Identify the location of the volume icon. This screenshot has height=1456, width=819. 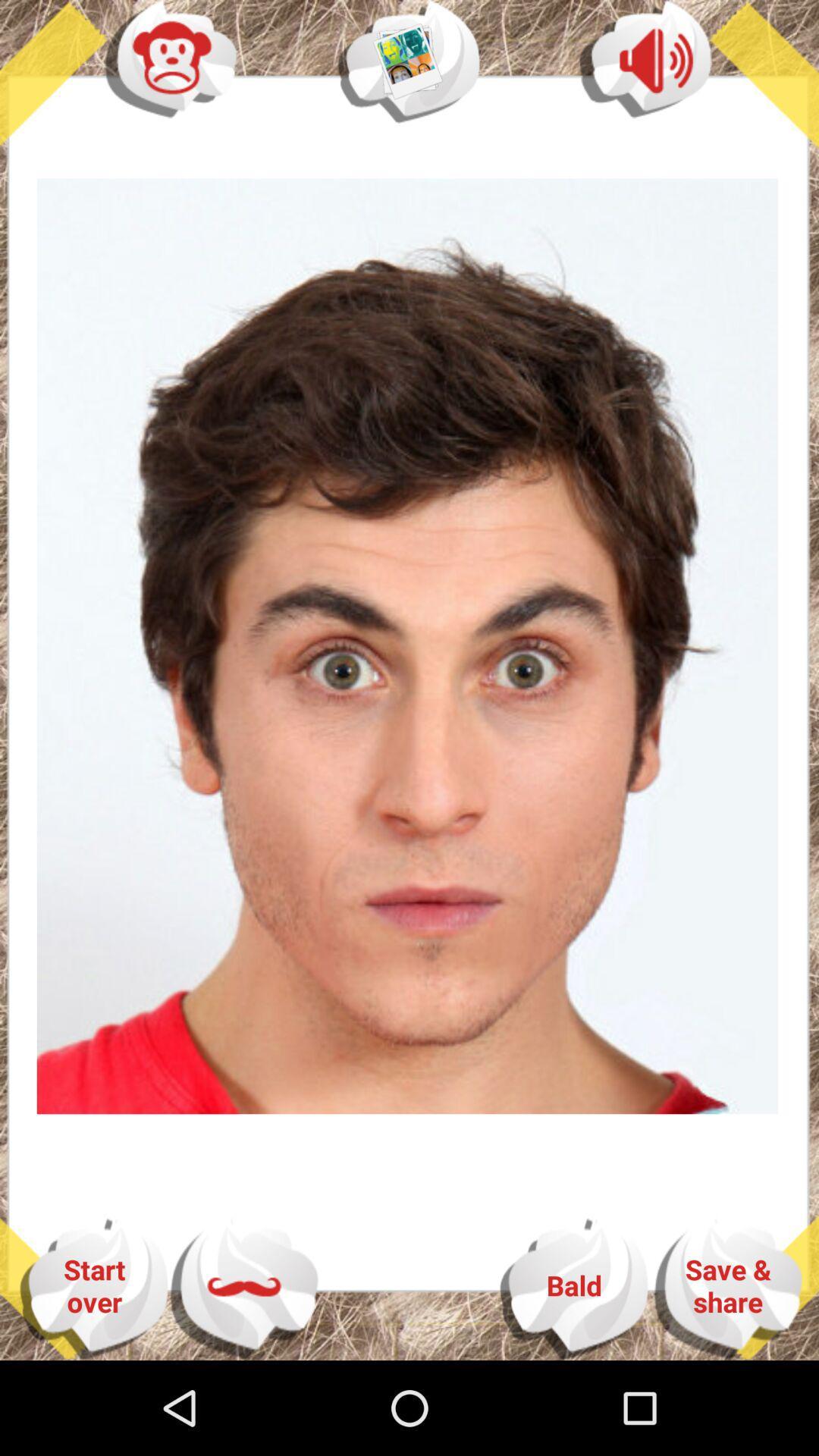
(646, 61).